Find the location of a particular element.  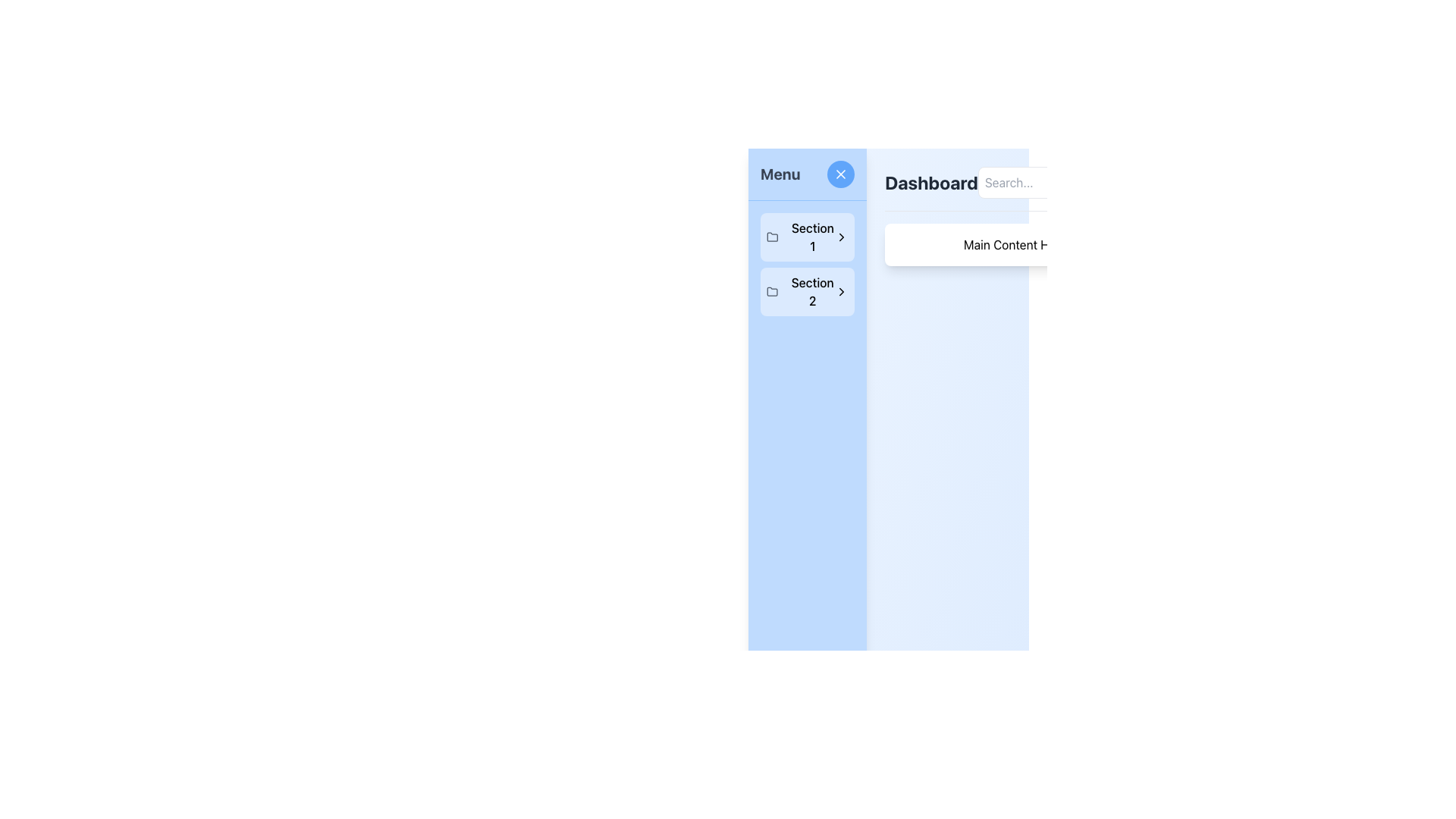

the 'Section 2' menu item button in the navigation sidebar is located at coordinates (807, 292).